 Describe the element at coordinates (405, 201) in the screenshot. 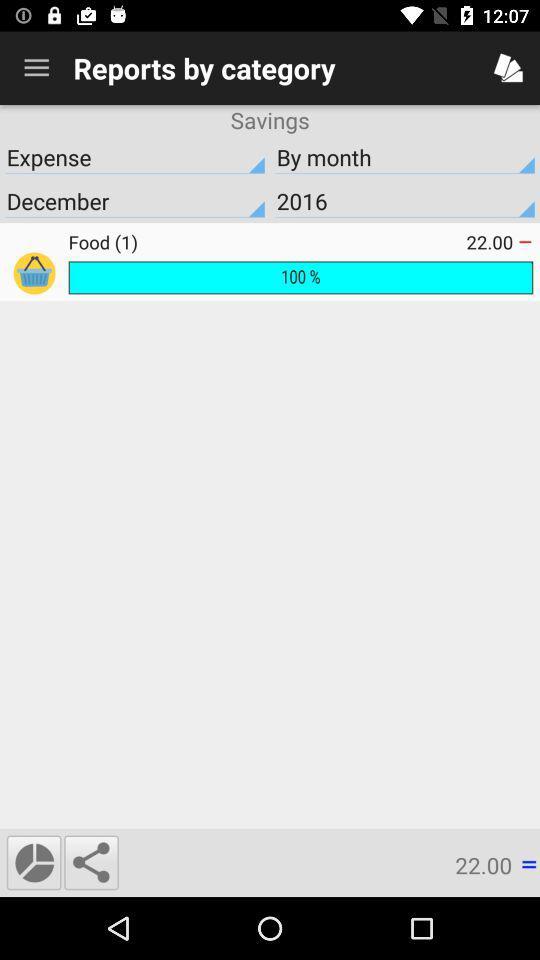

I see `the icon next to the expense icon` at that location.